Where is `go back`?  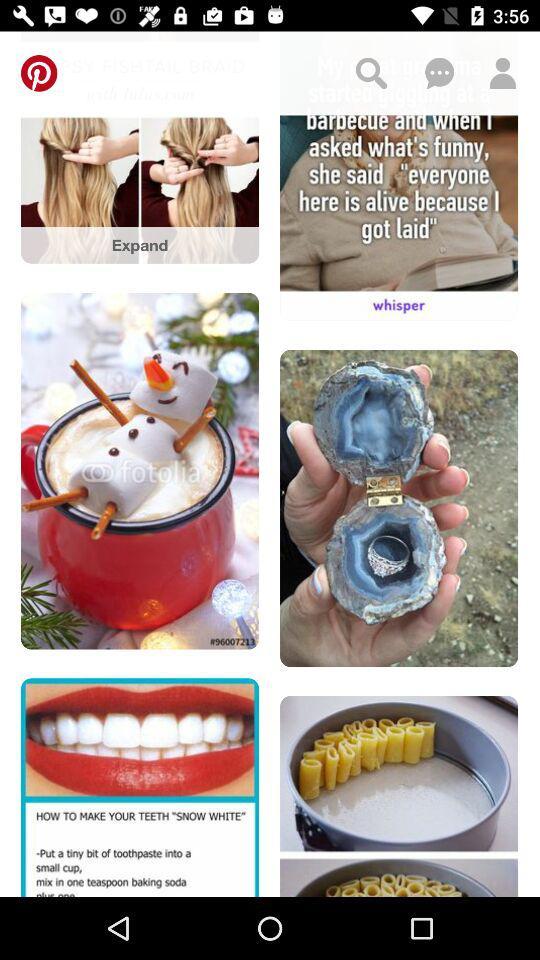 go back is located at coordinates (39, 73).